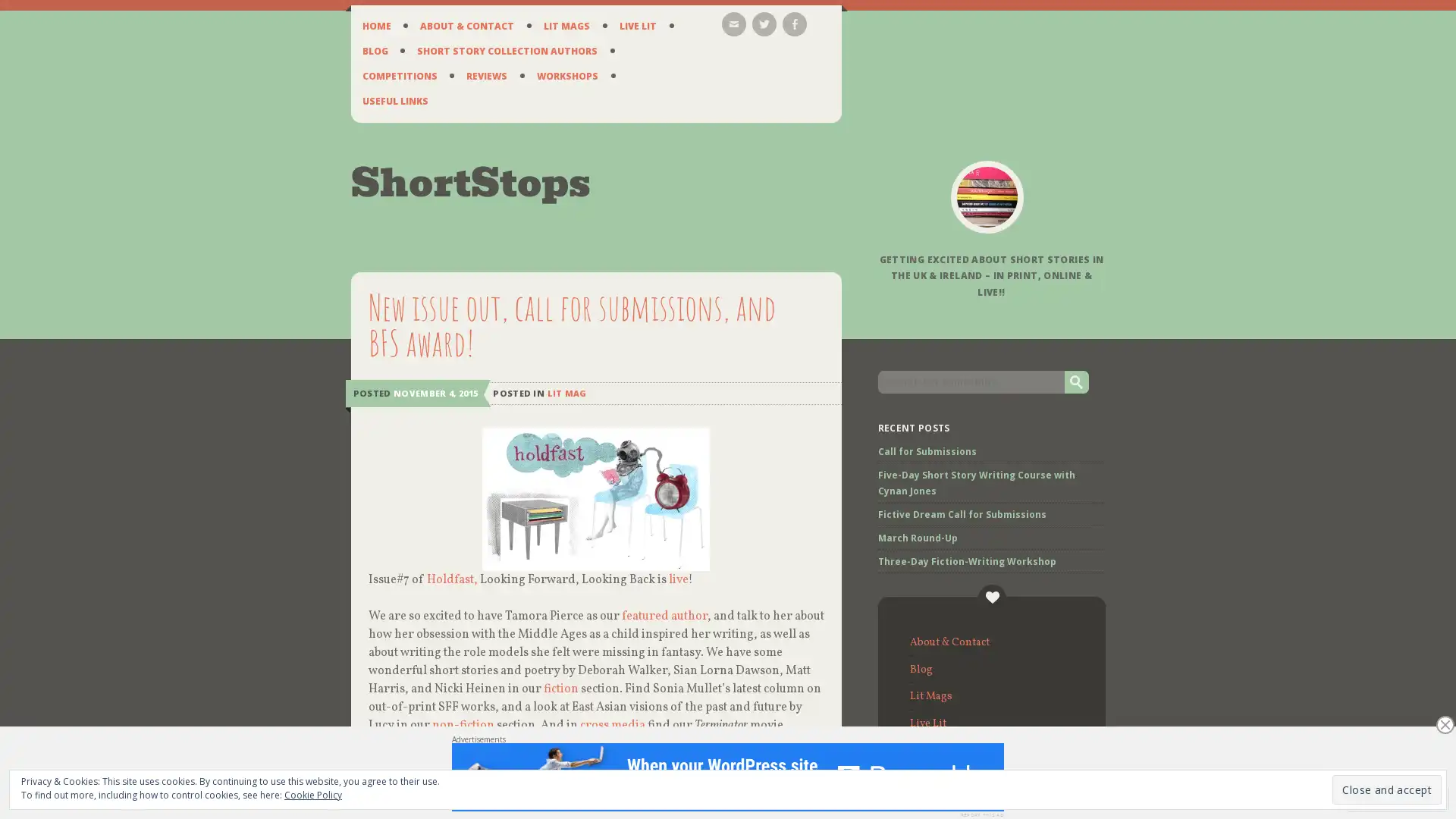 The image size is (1456, 819). I want to click on Close and accept, so click(1386, 789).